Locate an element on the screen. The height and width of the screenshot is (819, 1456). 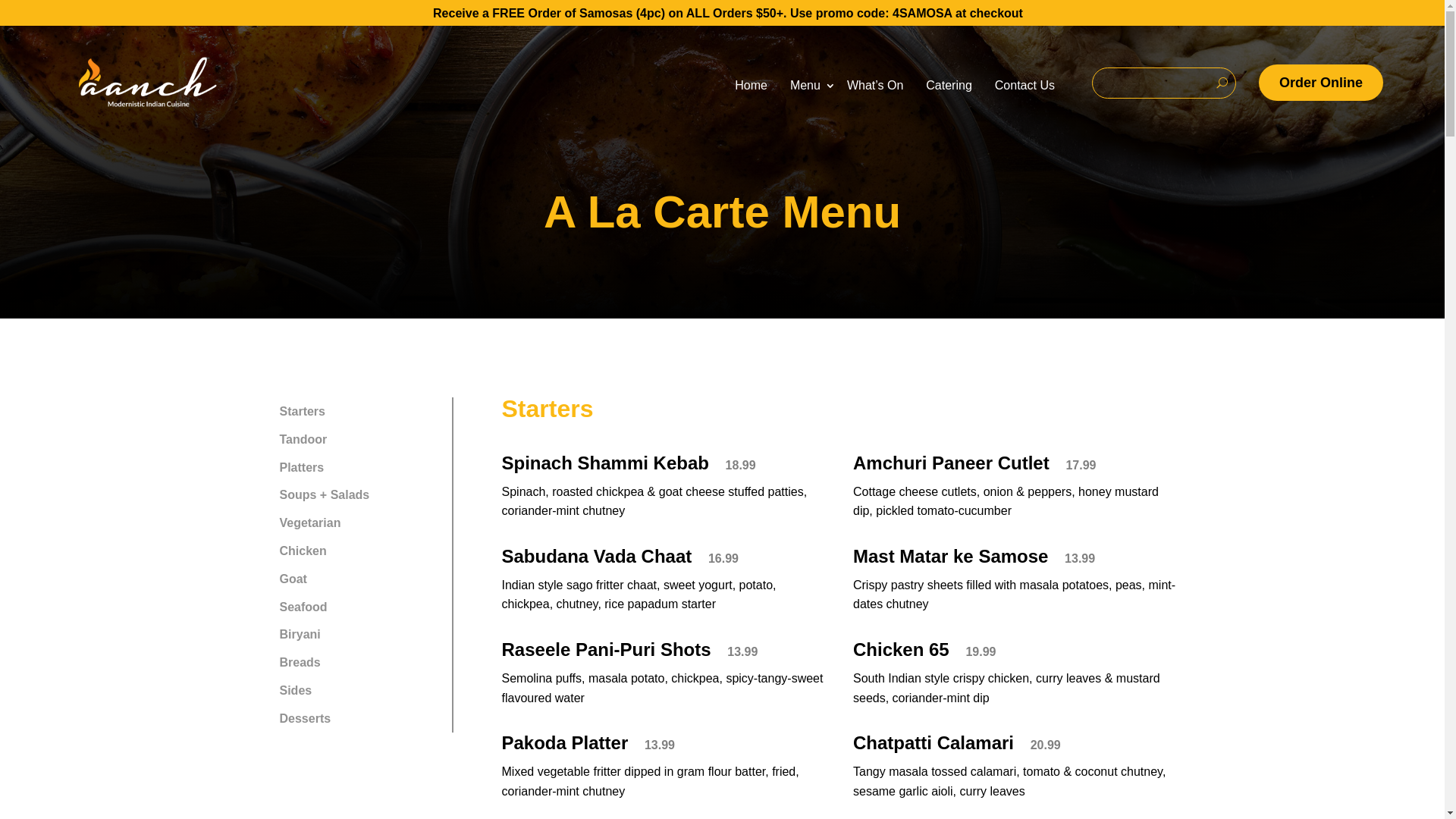
'Catering' is located at coordinates (948, 85).